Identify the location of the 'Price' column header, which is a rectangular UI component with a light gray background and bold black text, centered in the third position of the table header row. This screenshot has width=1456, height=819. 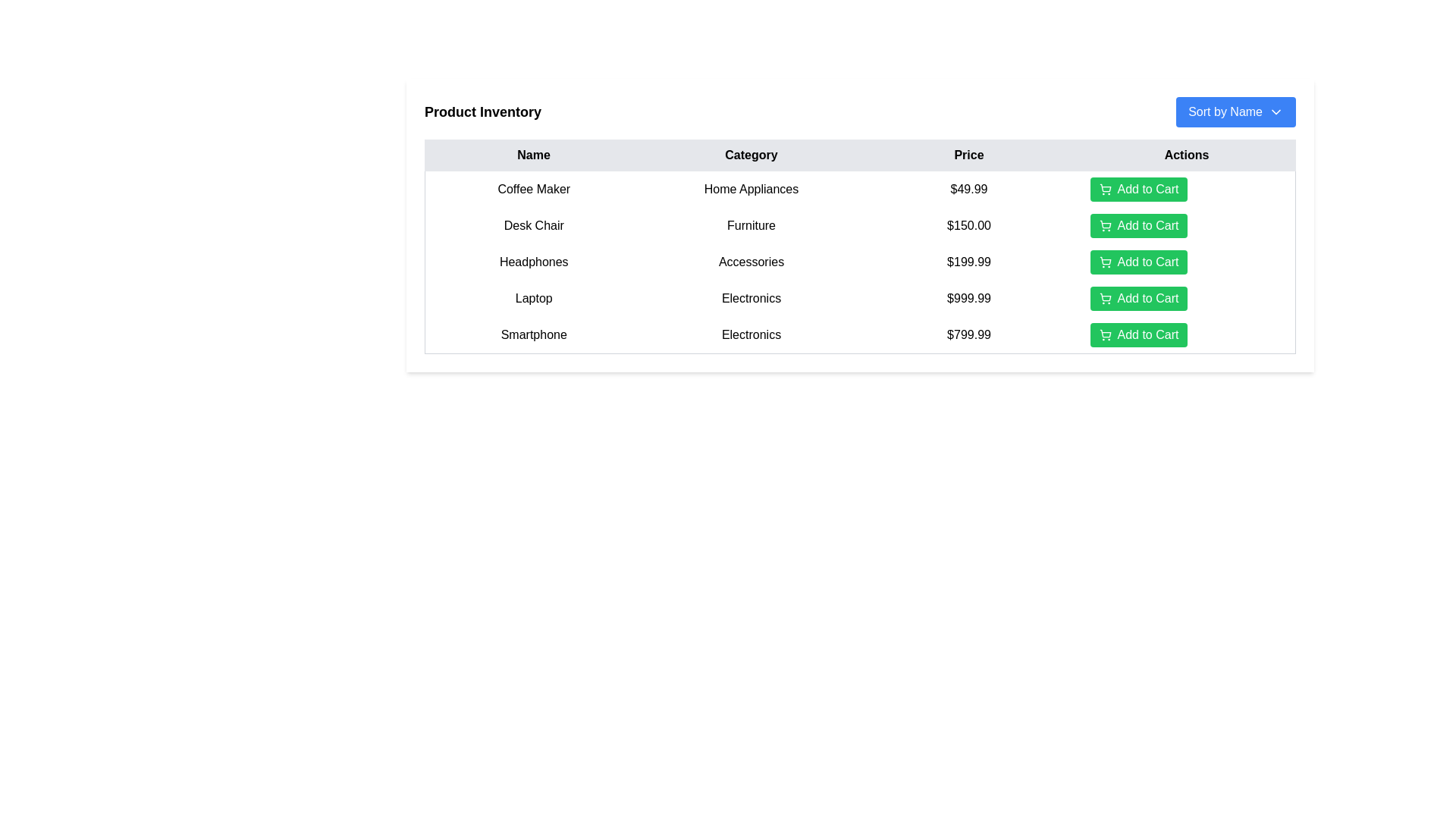
(968, 155).